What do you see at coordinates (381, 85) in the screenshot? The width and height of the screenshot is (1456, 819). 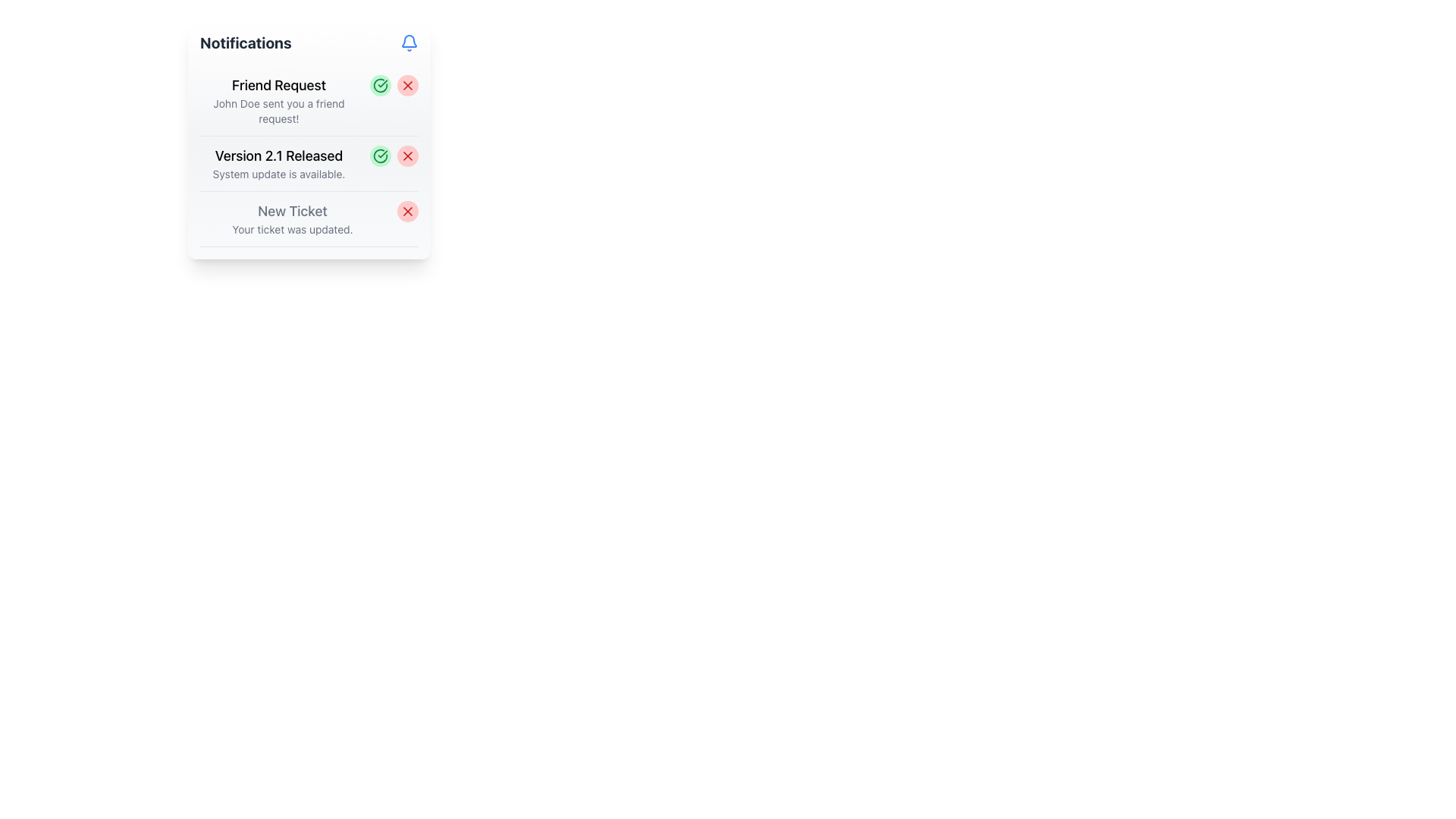 I see `the confirmation button located to the right of the 'Friend Request' text in the notification section to confirm the request` at bounding box center [381, 85].